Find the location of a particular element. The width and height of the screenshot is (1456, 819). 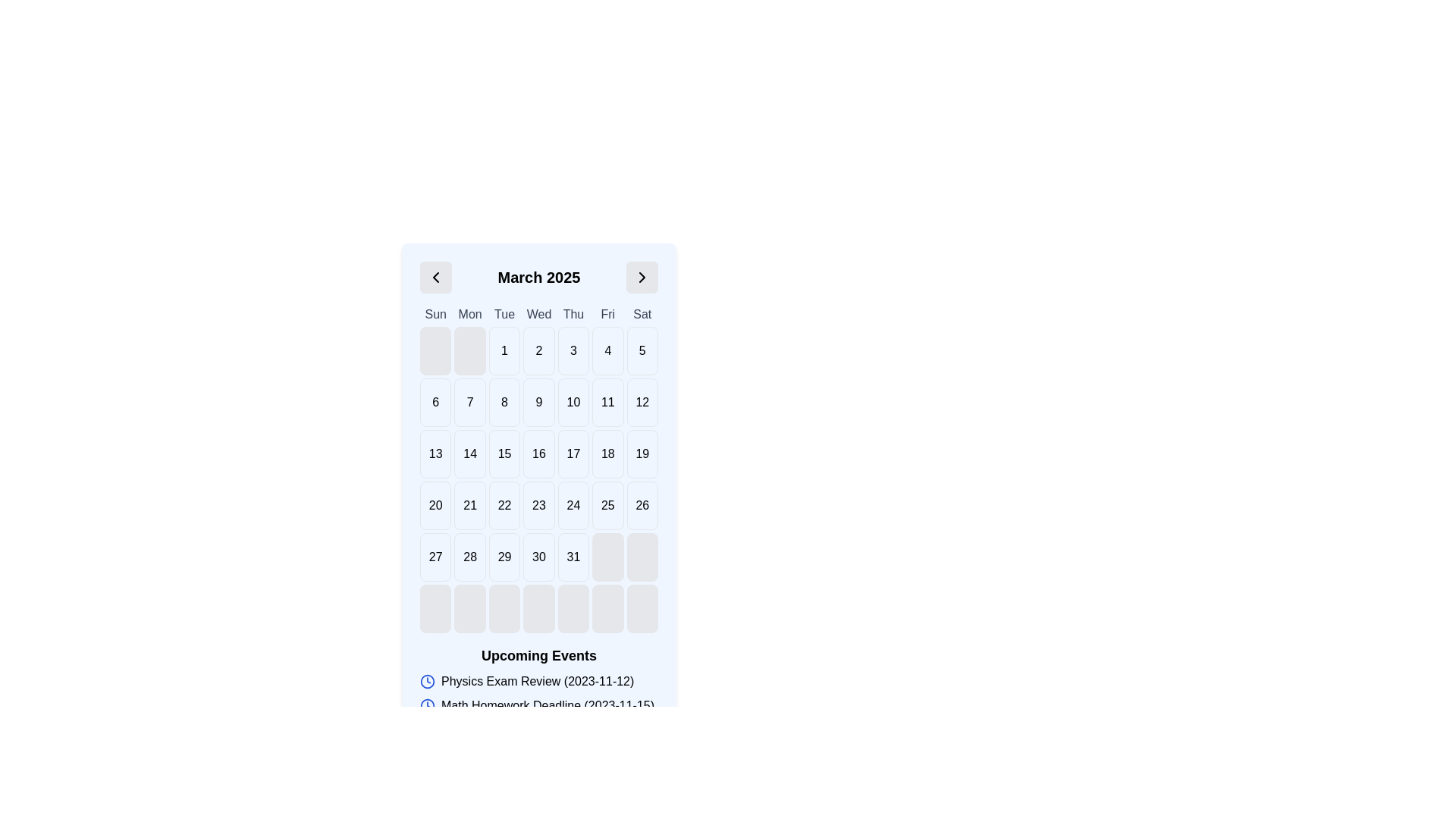

the circular boundary of the clock icon located at the bottom of the calendar interface, adjacent to the text 'Physics Exam Review (2023-11-12)' is located at coordinates (427, 680).